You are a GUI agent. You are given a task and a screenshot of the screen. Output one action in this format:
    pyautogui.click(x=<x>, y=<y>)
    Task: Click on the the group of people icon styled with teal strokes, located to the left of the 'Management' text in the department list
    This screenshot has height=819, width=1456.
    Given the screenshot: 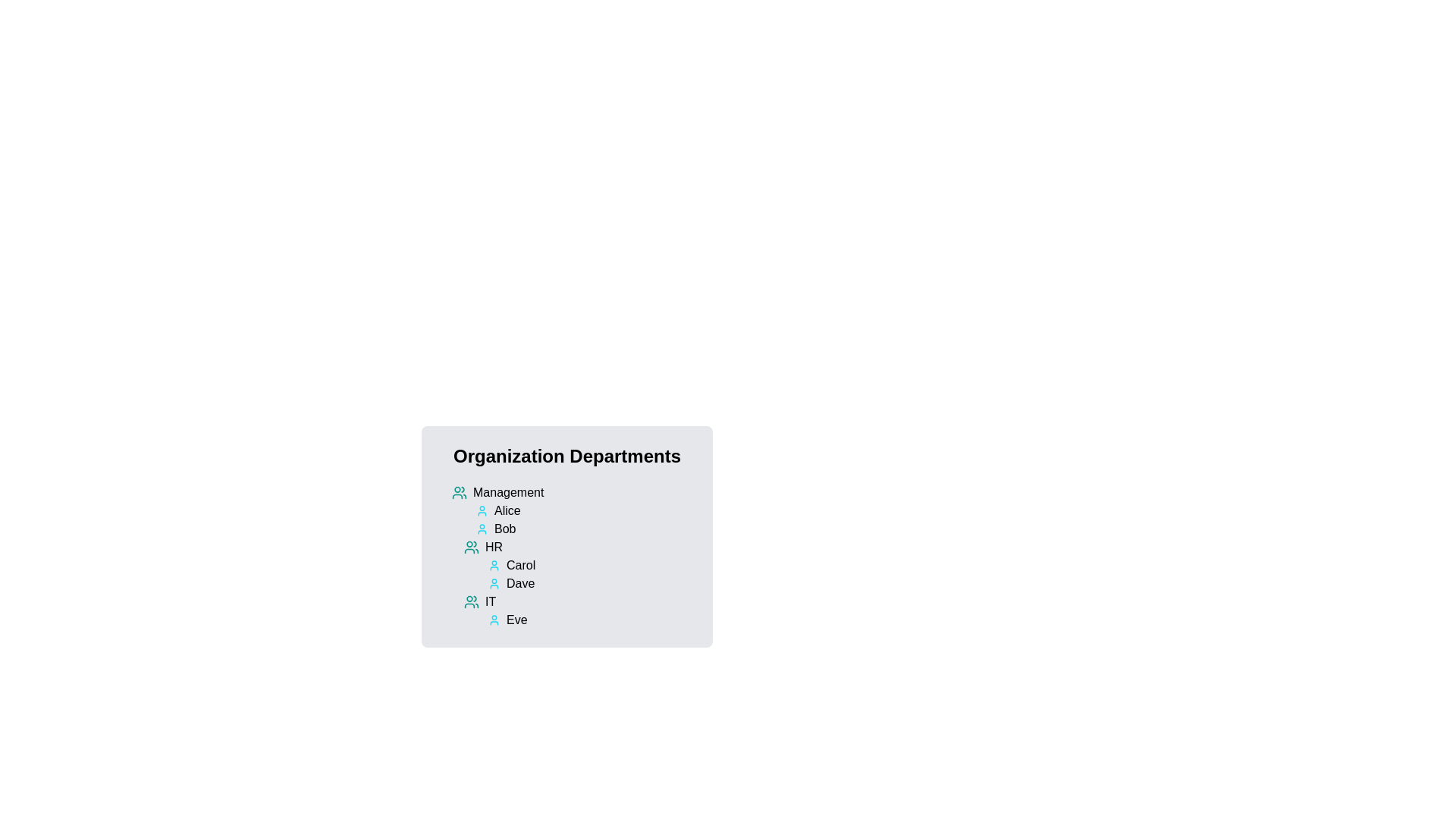 What is the action you would take?
    pyautogui.click(x=458, y=493)
    